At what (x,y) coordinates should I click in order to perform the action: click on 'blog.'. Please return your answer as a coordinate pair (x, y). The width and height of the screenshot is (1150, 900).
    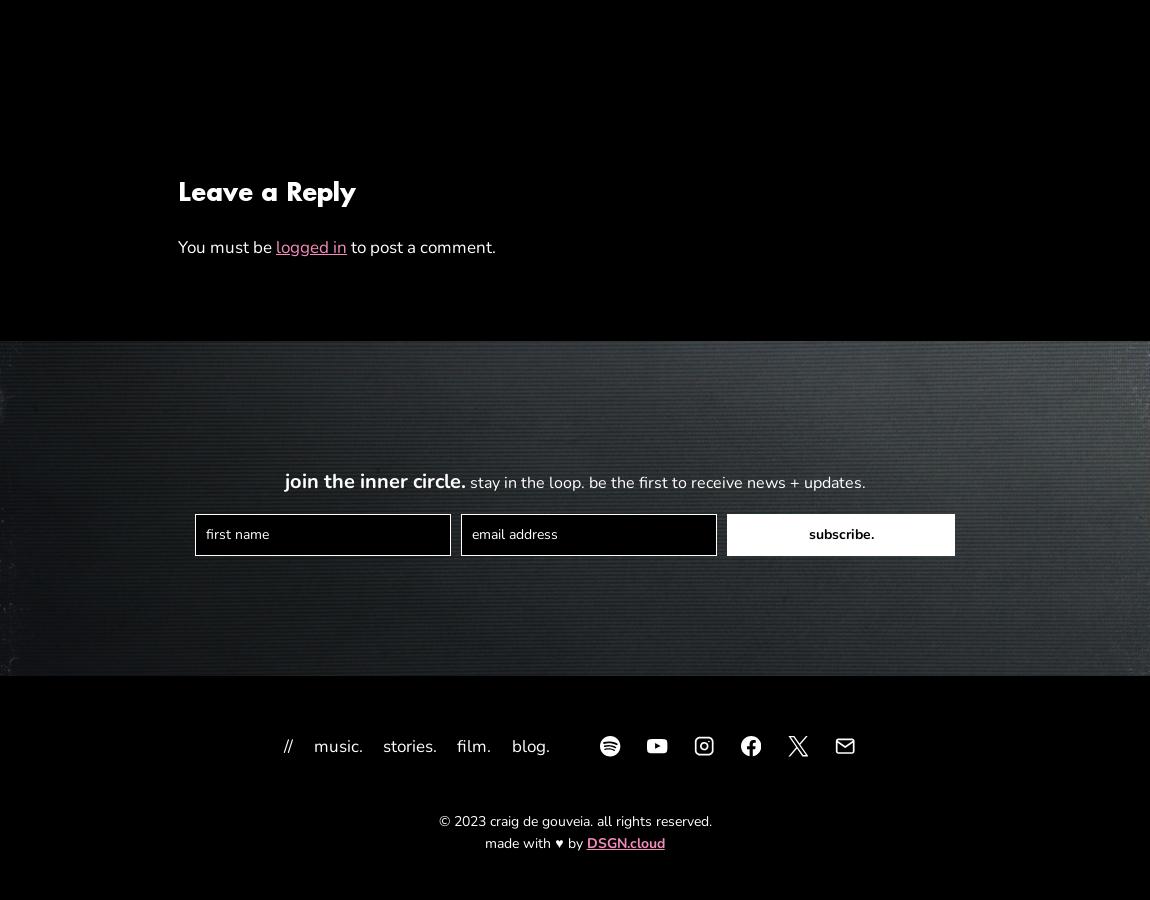
    Looking at the image, I should click on (530, 745).